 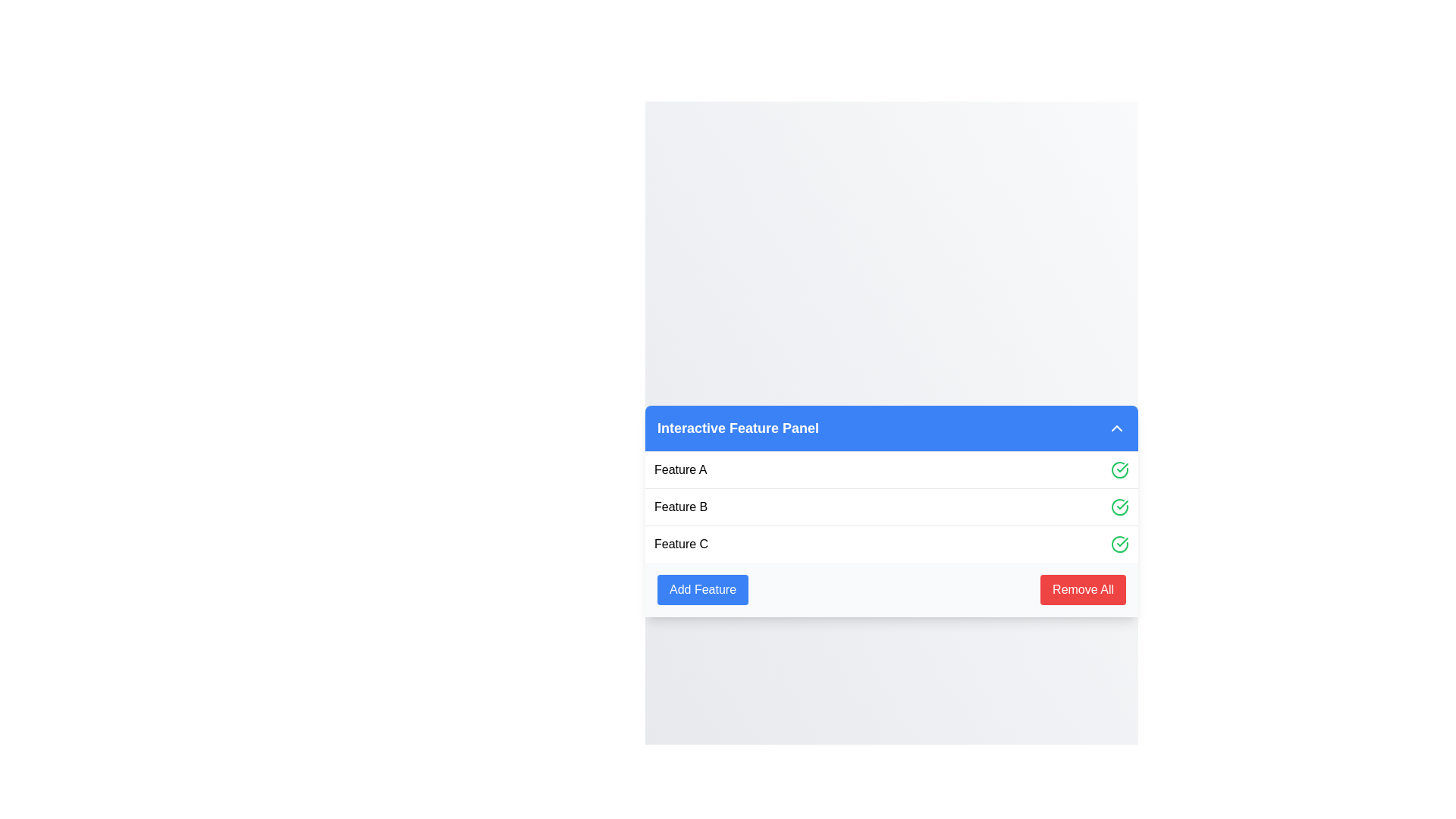 I want to click on the status indicated by the green checkmark icon located in the 'Feature B' row of the 'Interactive Feature Panel', so click(x=1122, y=541).